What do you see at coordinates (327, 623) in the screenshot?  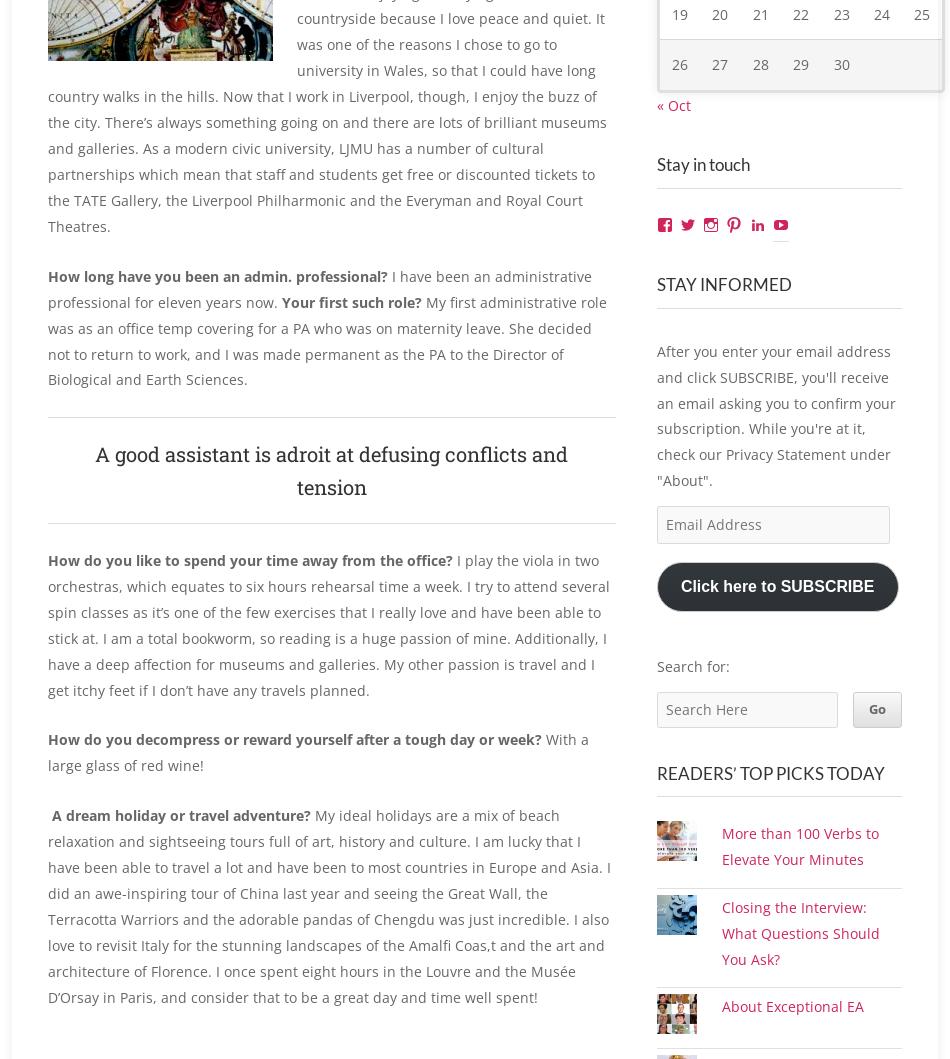 I see `'I play the viola in two orchestras, which equates to six hours rehearsal time a week. I try to attend several spin classes as it’s one of the few exercises that I really love and have been able to stick at. I am a total bookworm, so reading is a huge passion of mine. Additionally, I have a deep affection for museums and galleries. My other passion is travel and I get itchy feet if I don’t have any travels planned.'` at bounding box center [327, 623].